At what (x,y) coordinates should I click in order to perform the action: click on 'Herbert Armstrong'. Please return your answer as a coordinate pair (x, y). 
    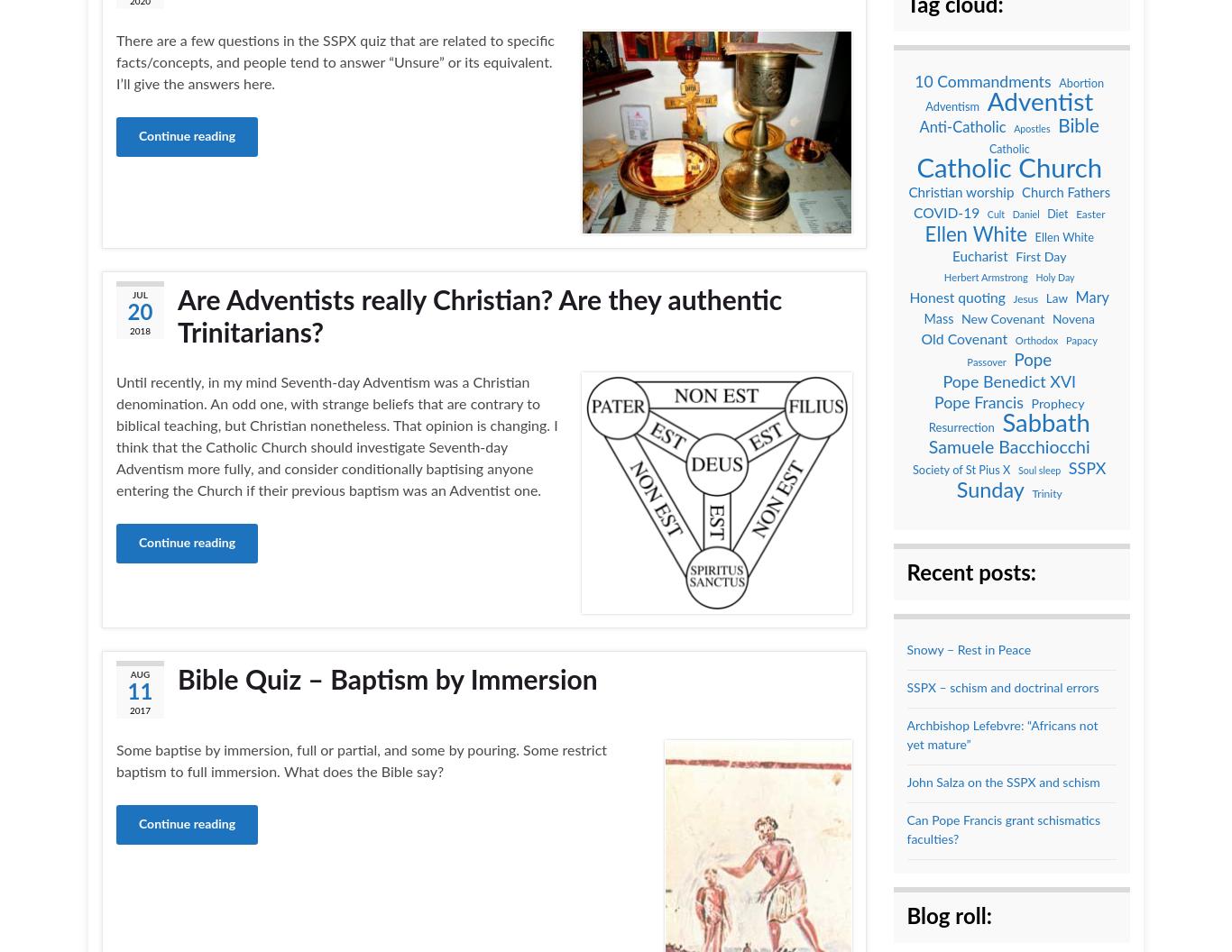
    Looking at the image, I should click on (984, 278).